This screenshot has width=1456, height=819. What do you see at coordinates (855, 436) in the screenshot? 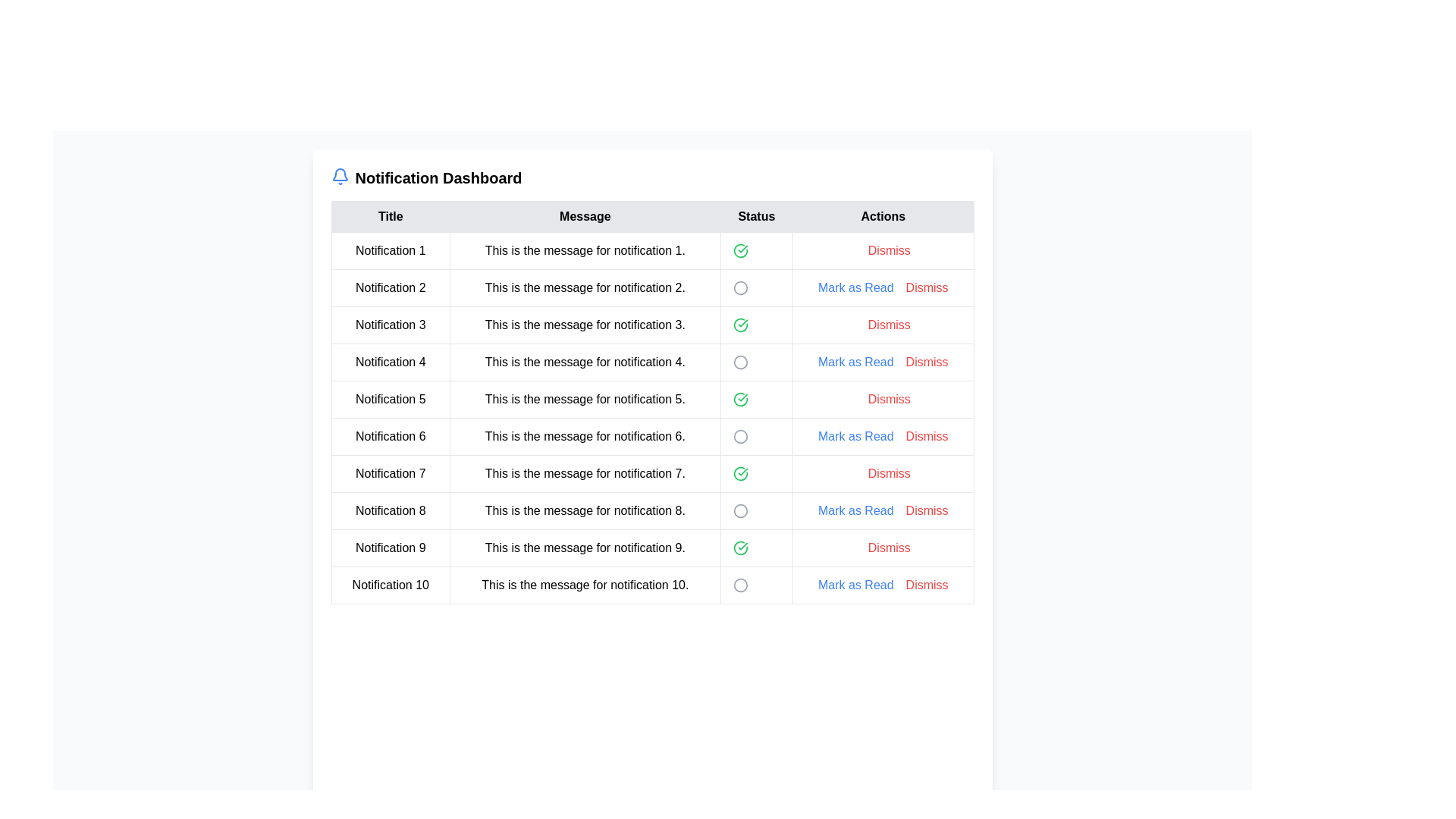
I see `the 'Mark as Read' hyperlink in the sixth row of the Actions column in the notification dashboard` at bounding box center [855, 436].